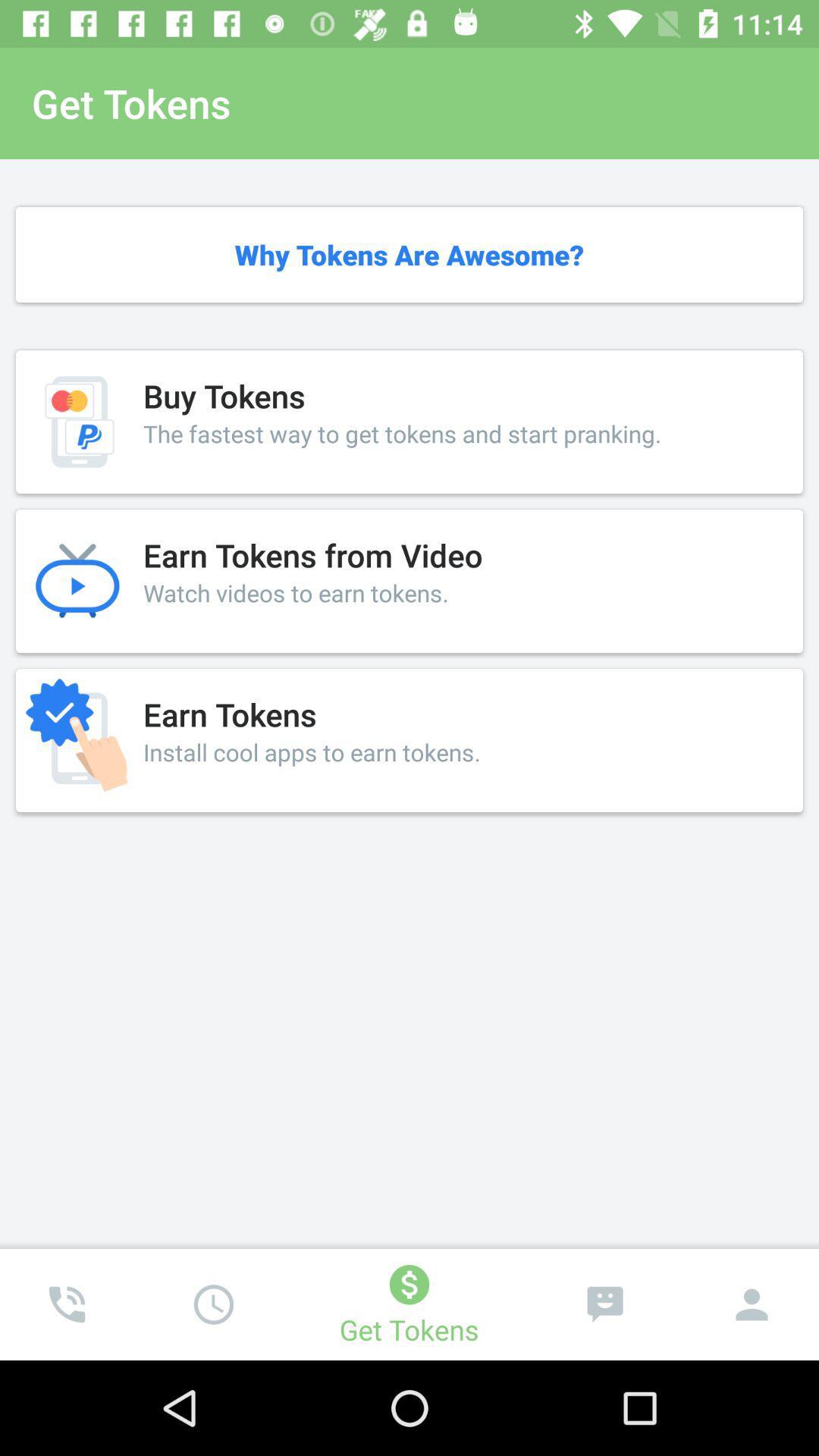 The image size is (819, 1456). I want to click on the box which says earn tokens from videos, so click(409, 580).